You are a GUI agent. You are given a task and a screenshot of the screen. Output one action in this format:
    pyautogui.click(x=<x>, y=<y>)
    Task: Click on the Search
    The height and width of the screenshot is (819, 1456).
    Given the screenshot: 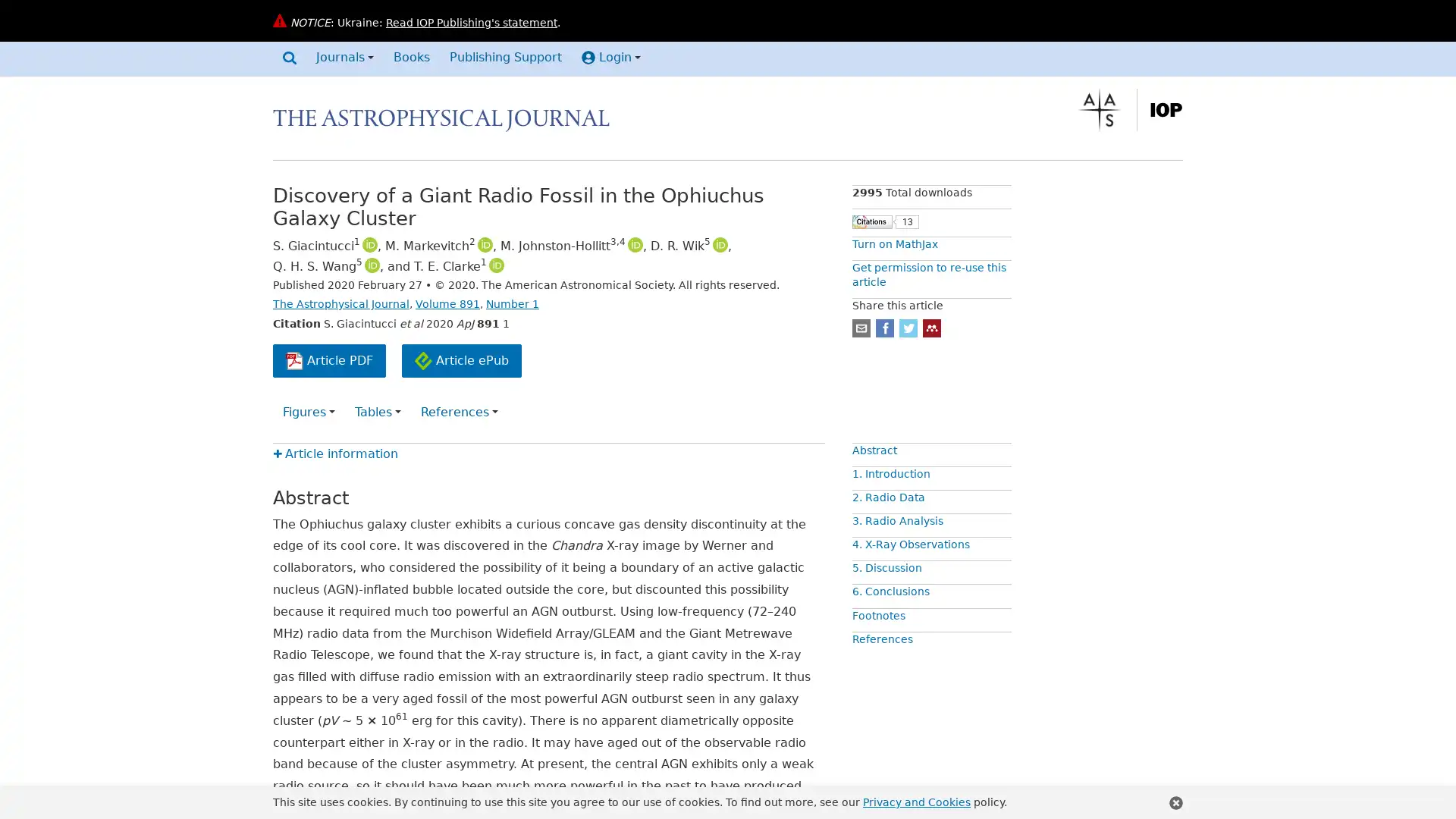 What is the action you would take?
    pyautogui.click(x=289, y=60)
    